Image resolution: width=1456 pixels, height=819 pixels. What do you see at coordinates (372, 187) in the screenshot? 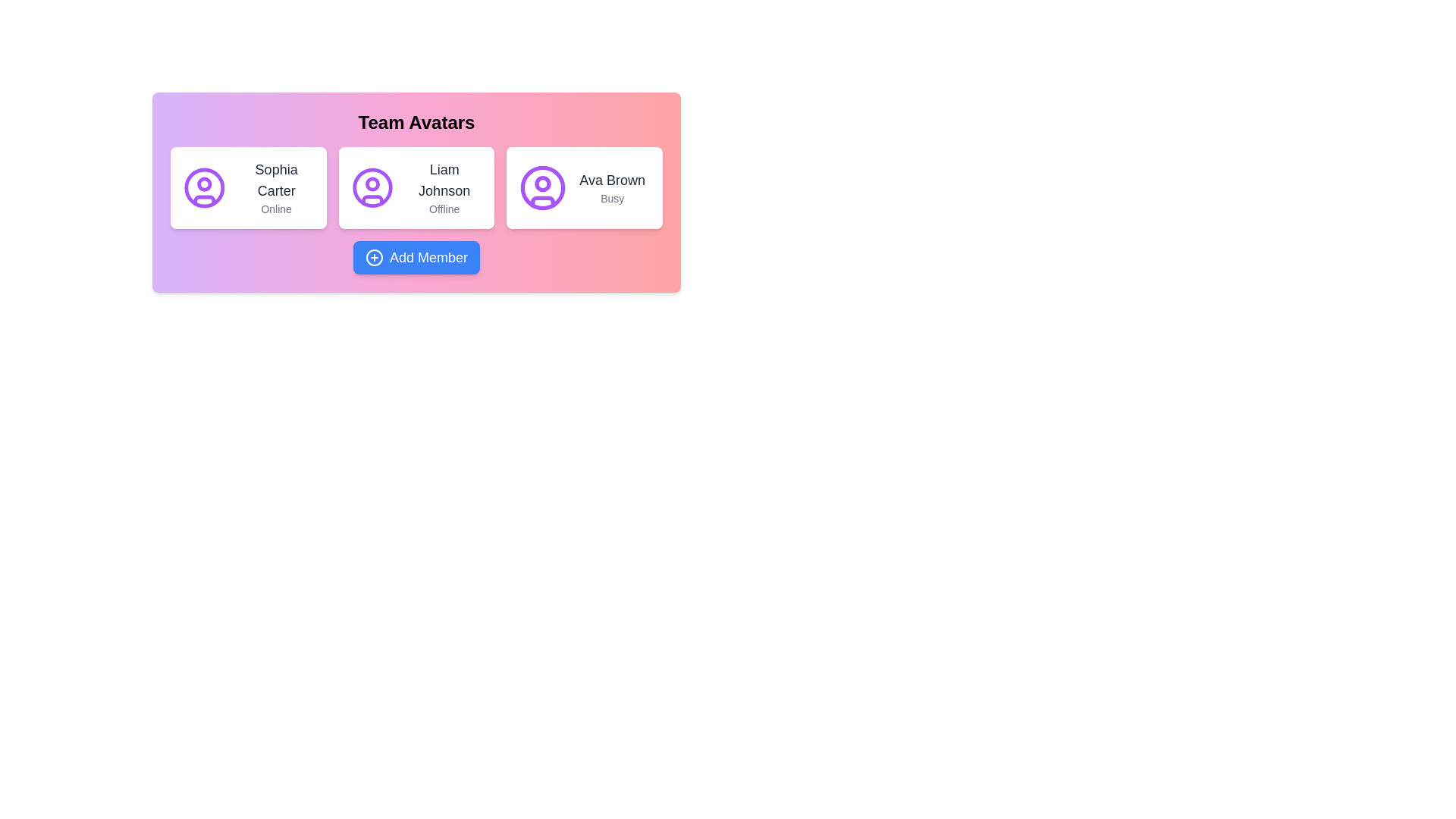
I see `the central light purple circular outline of the avatar icon representing user 'Liam Johnson'` at bounding box center [372, 187].